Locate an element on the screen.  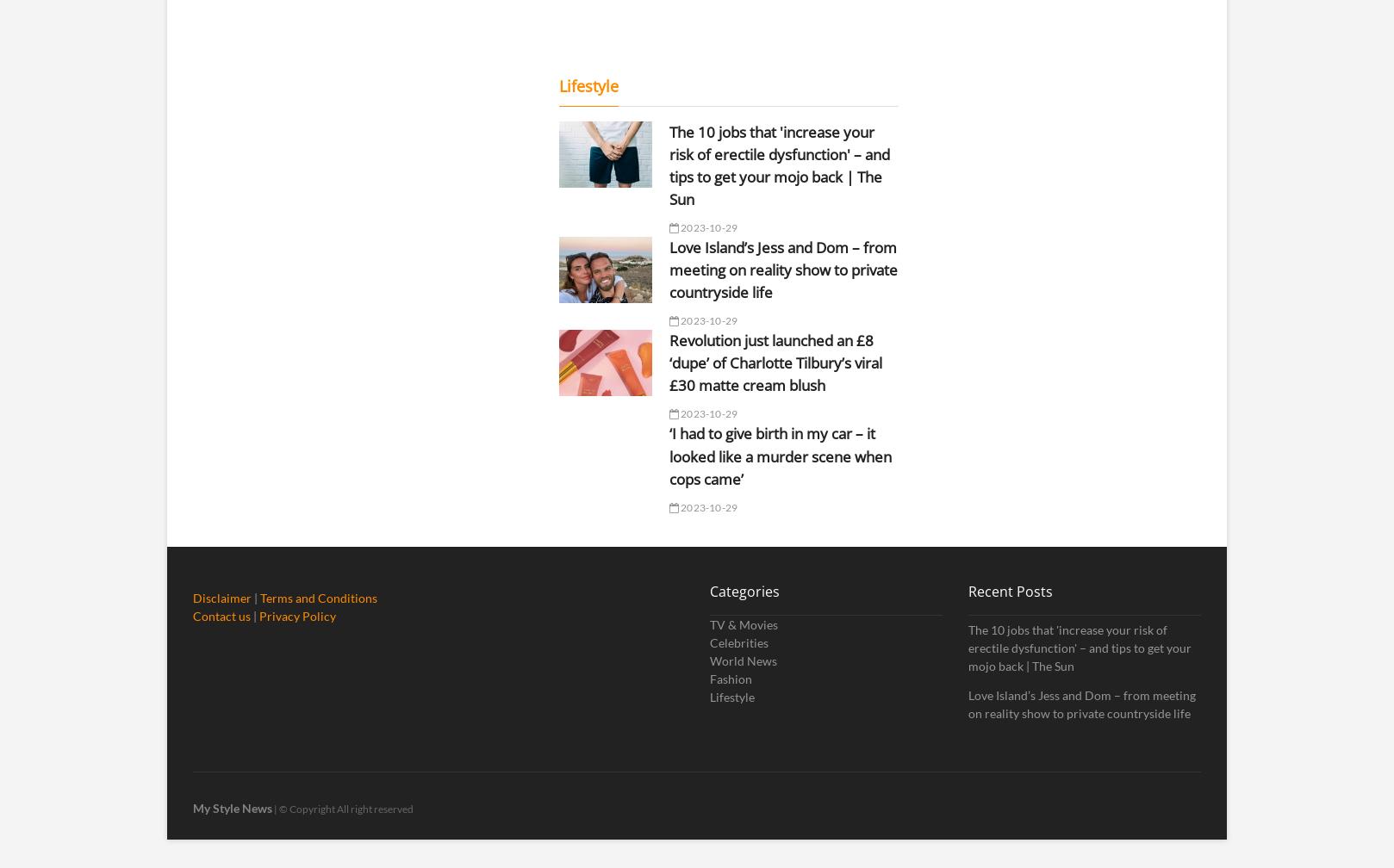
'Privacy Policy' is located at coordinates (297, 615).